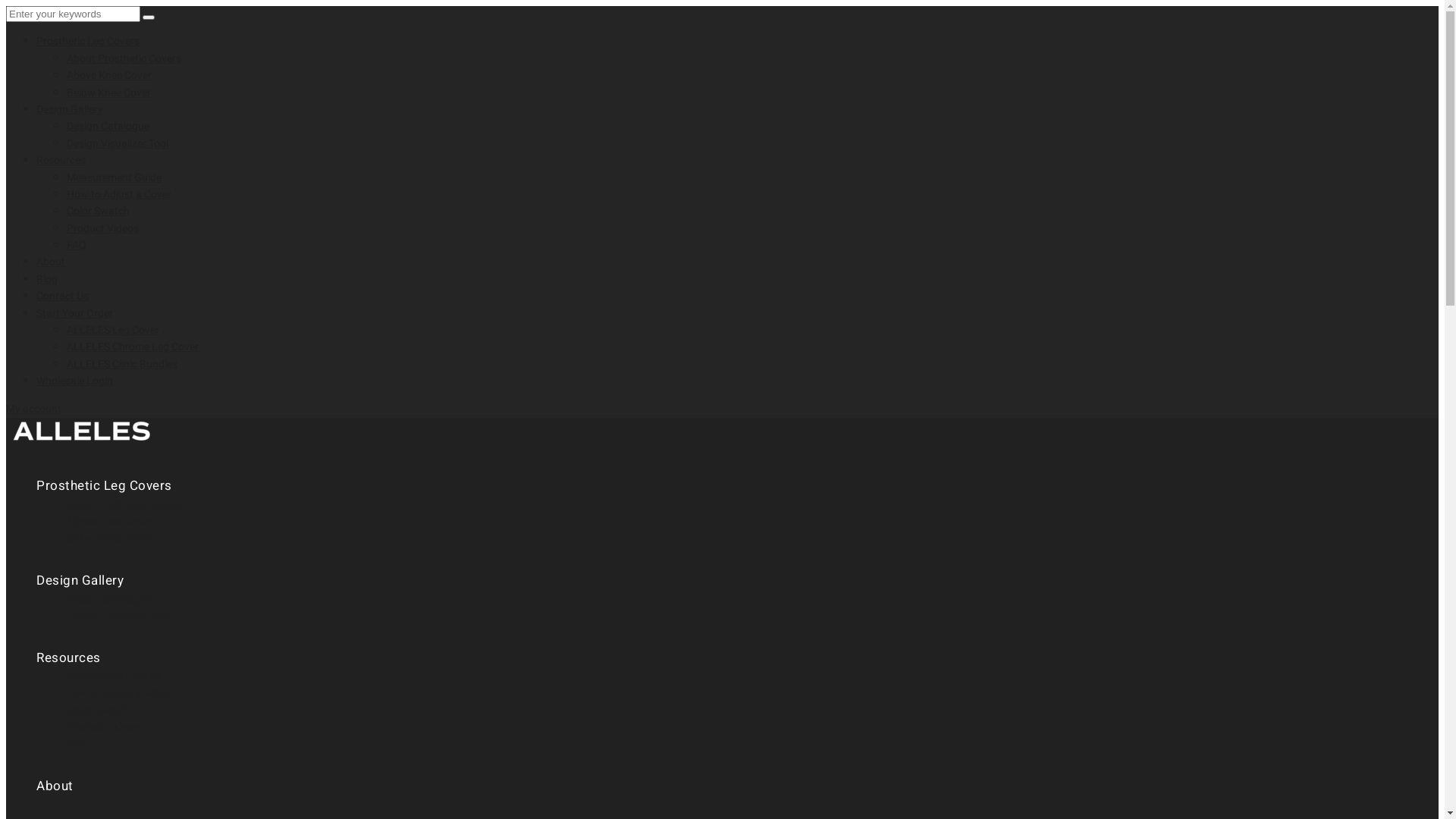 The height and width of the screenshot is (819, 1456). What do you see at coordinates (113, 177) in the screenshot?
I see `'Measurement Guide'` at bounding box center [113, 177].